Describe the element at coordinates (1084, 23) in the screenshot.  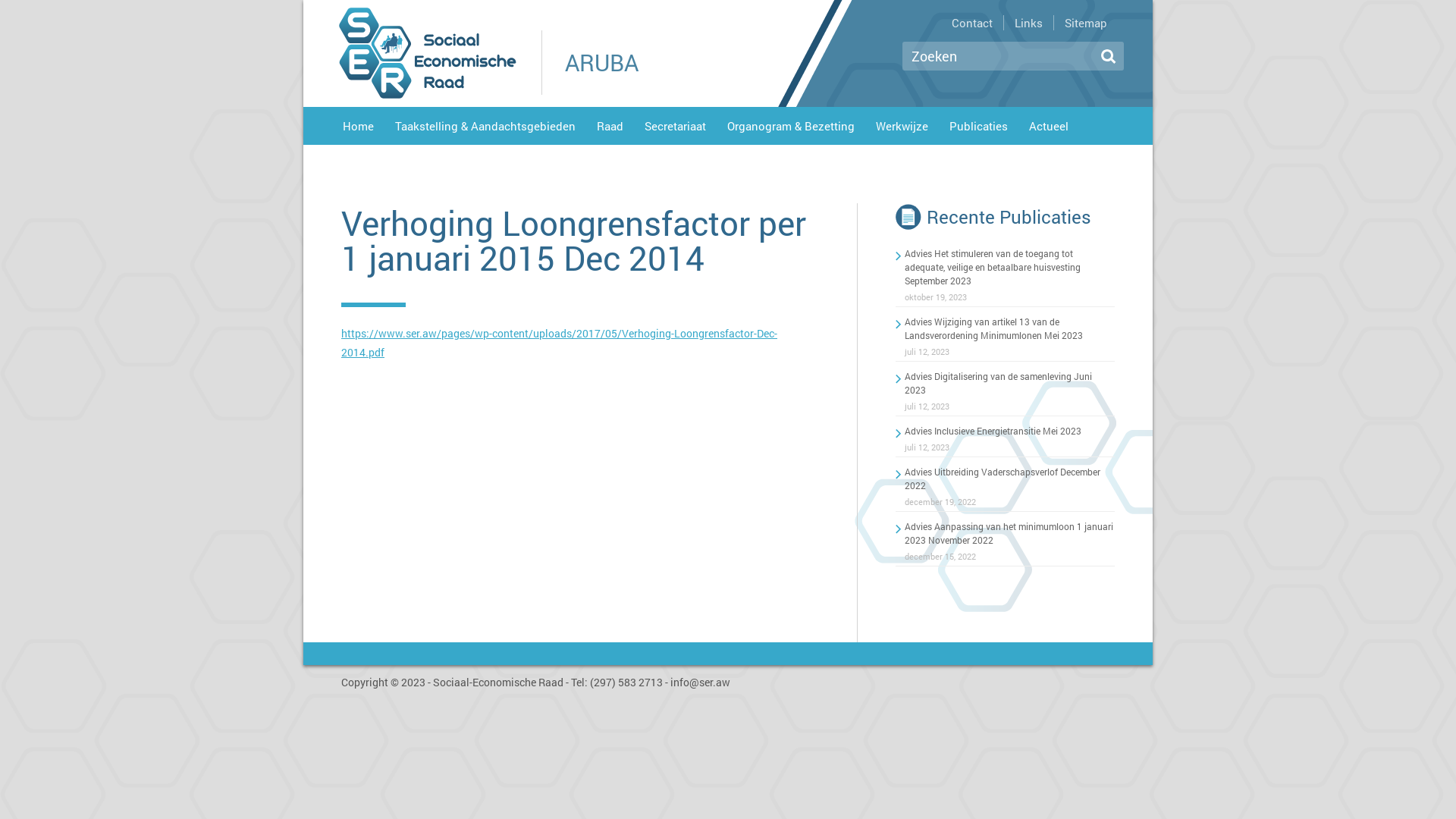
I see `'Sitemap'` at that location.